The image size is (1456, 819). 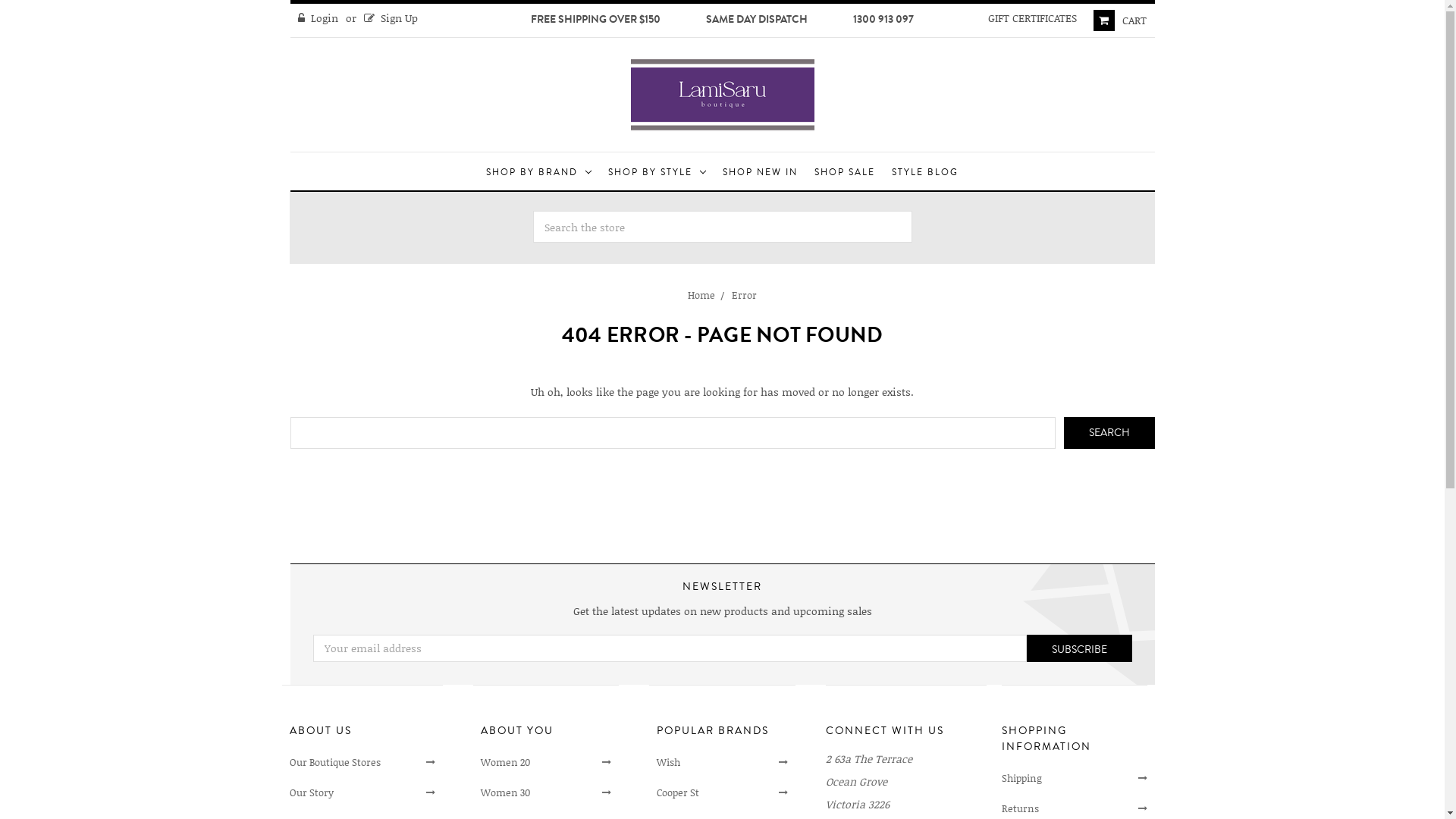 I want to click on 'SHOP BY BRAND', so click(x=477, y=171).